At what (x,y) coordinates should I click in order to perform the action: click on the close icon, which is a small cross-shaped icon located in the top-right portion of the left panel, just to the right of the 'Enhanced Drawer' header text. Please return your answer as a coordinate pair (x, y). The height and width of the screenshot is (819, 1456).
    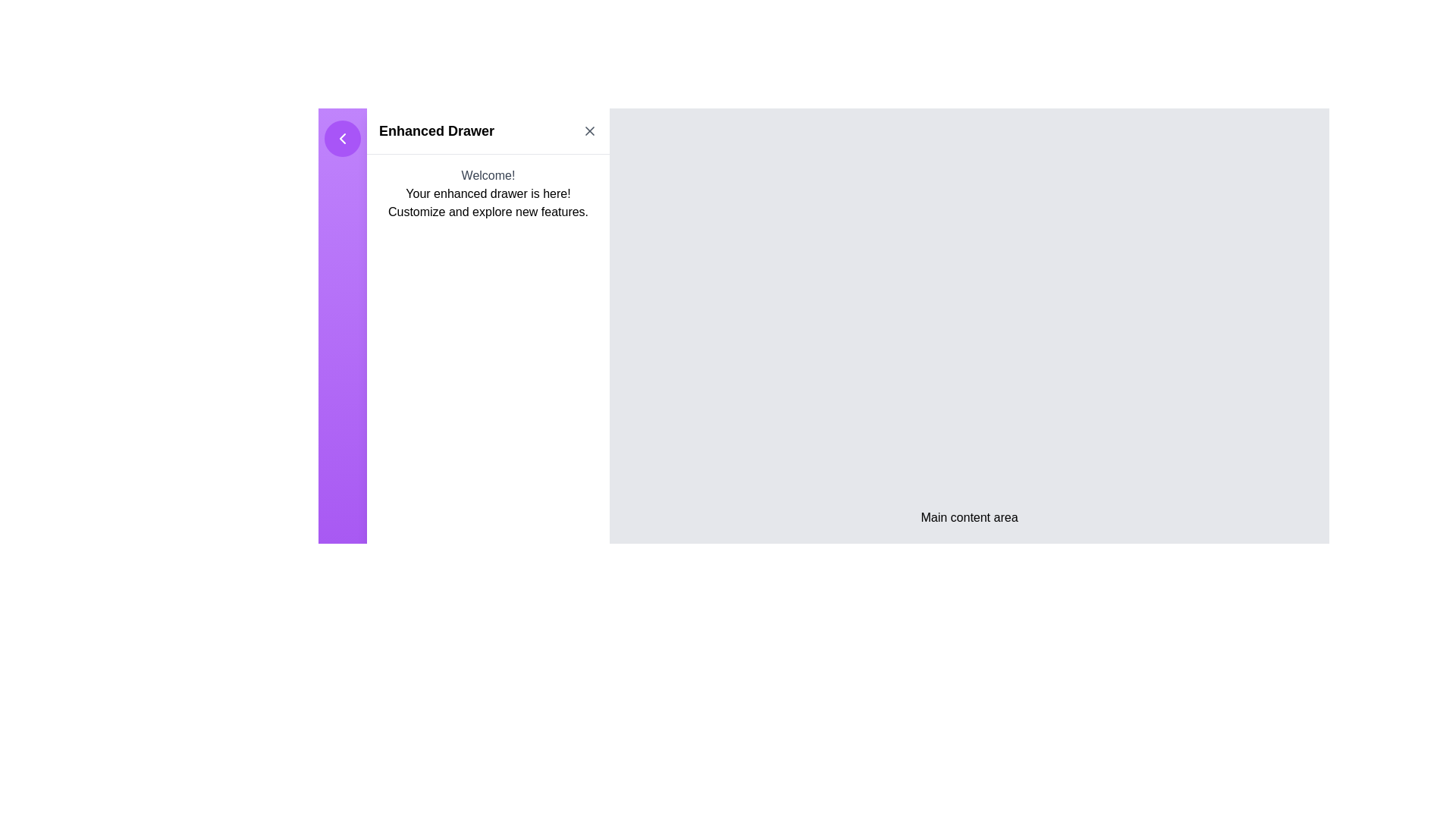
    Looking at the image, I should click on (588, 130).